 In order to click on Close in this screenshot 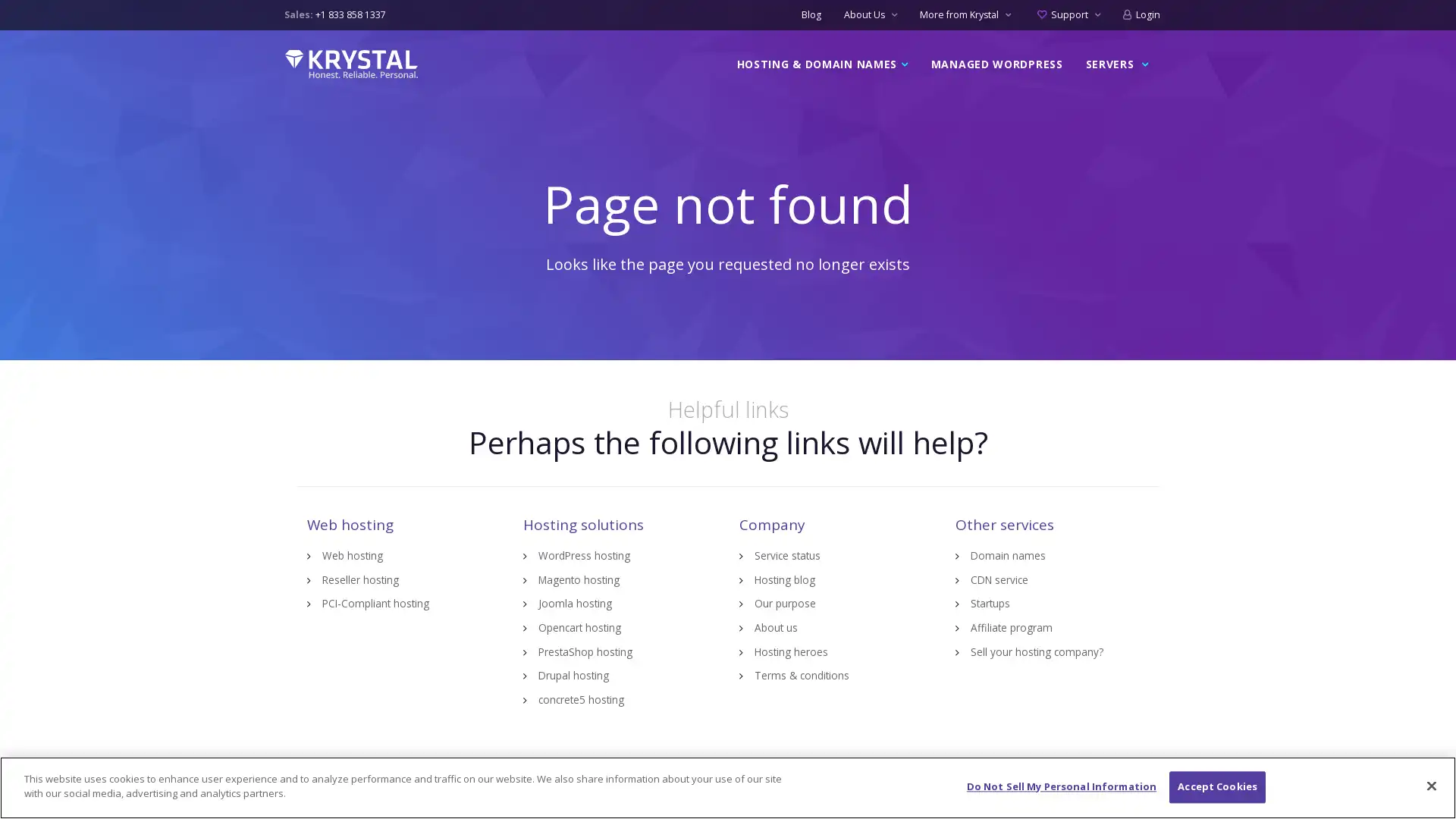, I will do `click(1430, 785)`.